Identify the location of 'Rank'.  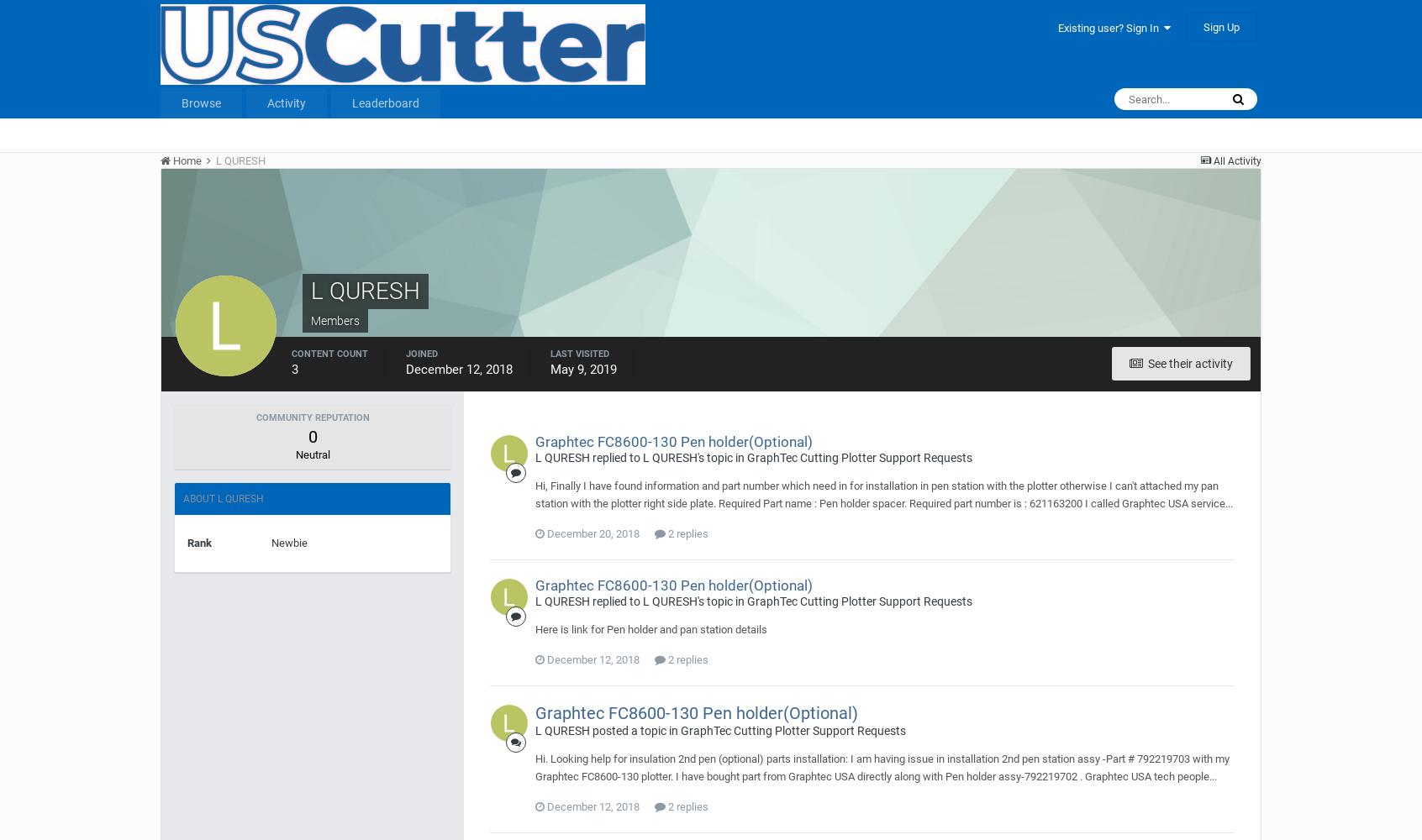
(199, 543).